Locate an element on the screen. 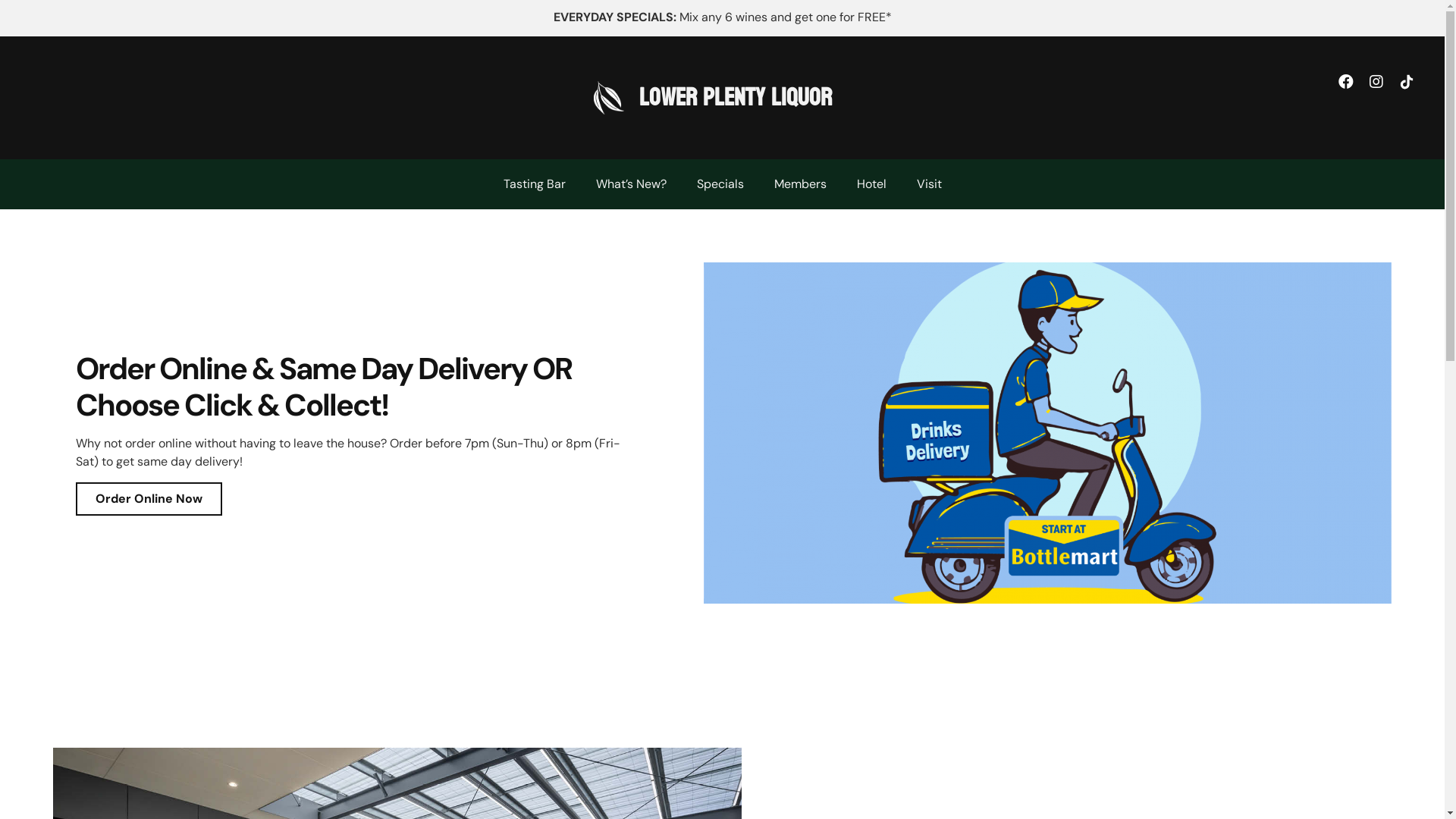  'Visit' is located at coordinates (927, 184).